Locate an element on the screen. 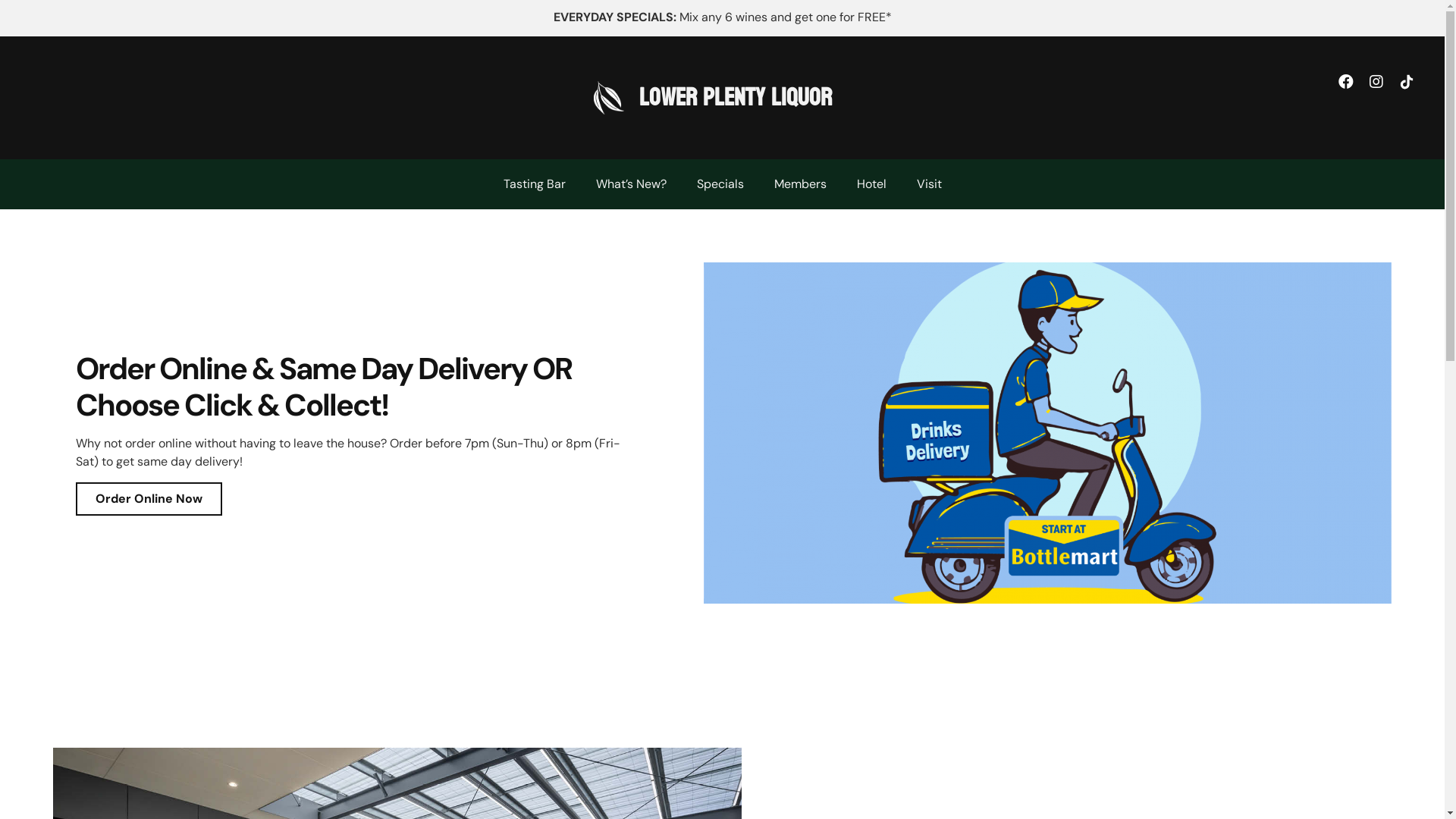  'Visit' is located at coordinates (927, 184).